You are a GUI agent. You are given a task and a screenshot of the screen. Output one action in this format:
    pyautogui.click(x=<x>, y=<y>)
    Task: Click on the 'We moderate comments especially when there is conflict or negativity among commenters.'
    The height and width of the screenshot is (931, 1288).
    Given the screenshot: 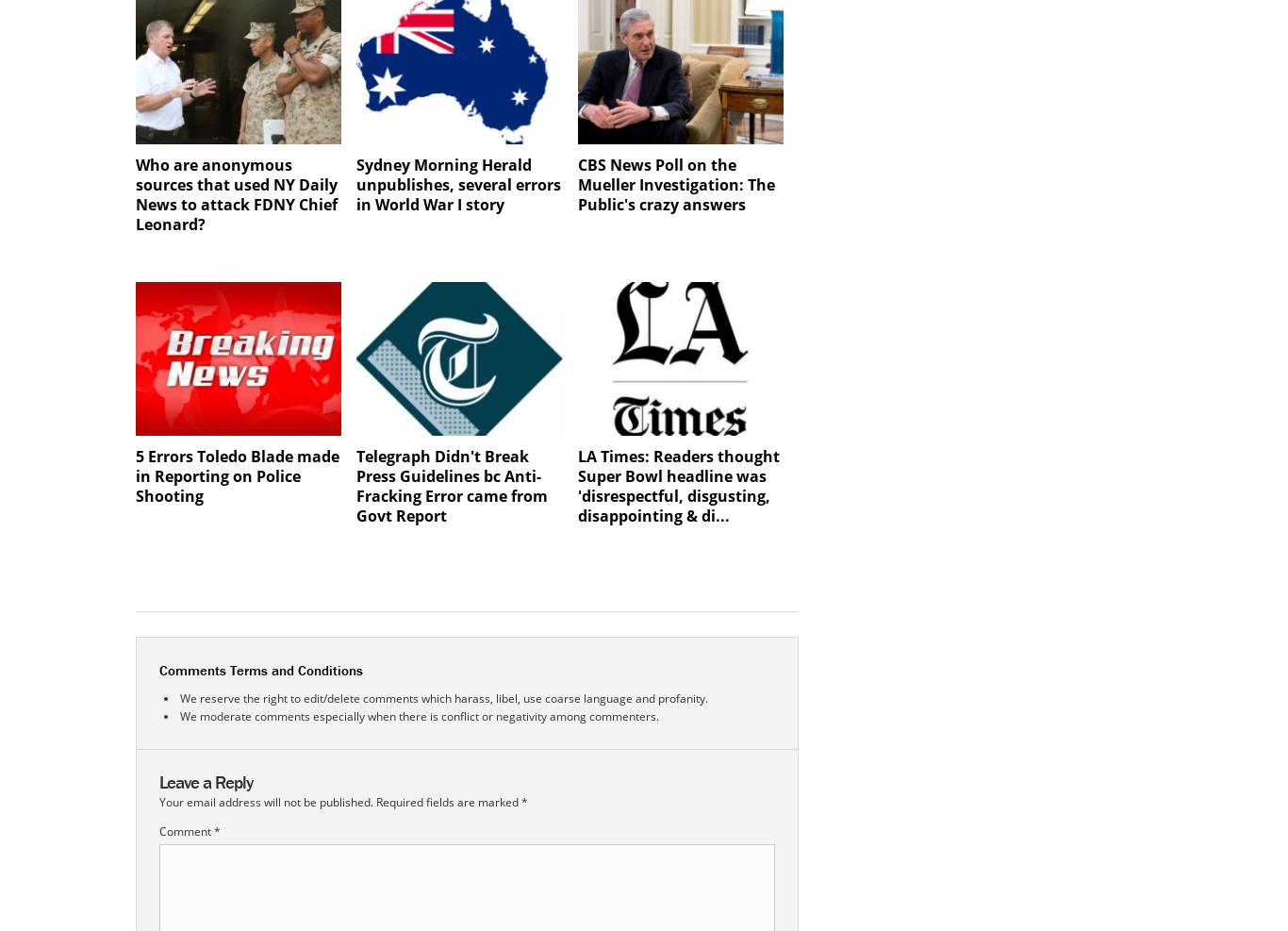 What is the action you would take?
    pyautogui.click(x=178, y=715)
    